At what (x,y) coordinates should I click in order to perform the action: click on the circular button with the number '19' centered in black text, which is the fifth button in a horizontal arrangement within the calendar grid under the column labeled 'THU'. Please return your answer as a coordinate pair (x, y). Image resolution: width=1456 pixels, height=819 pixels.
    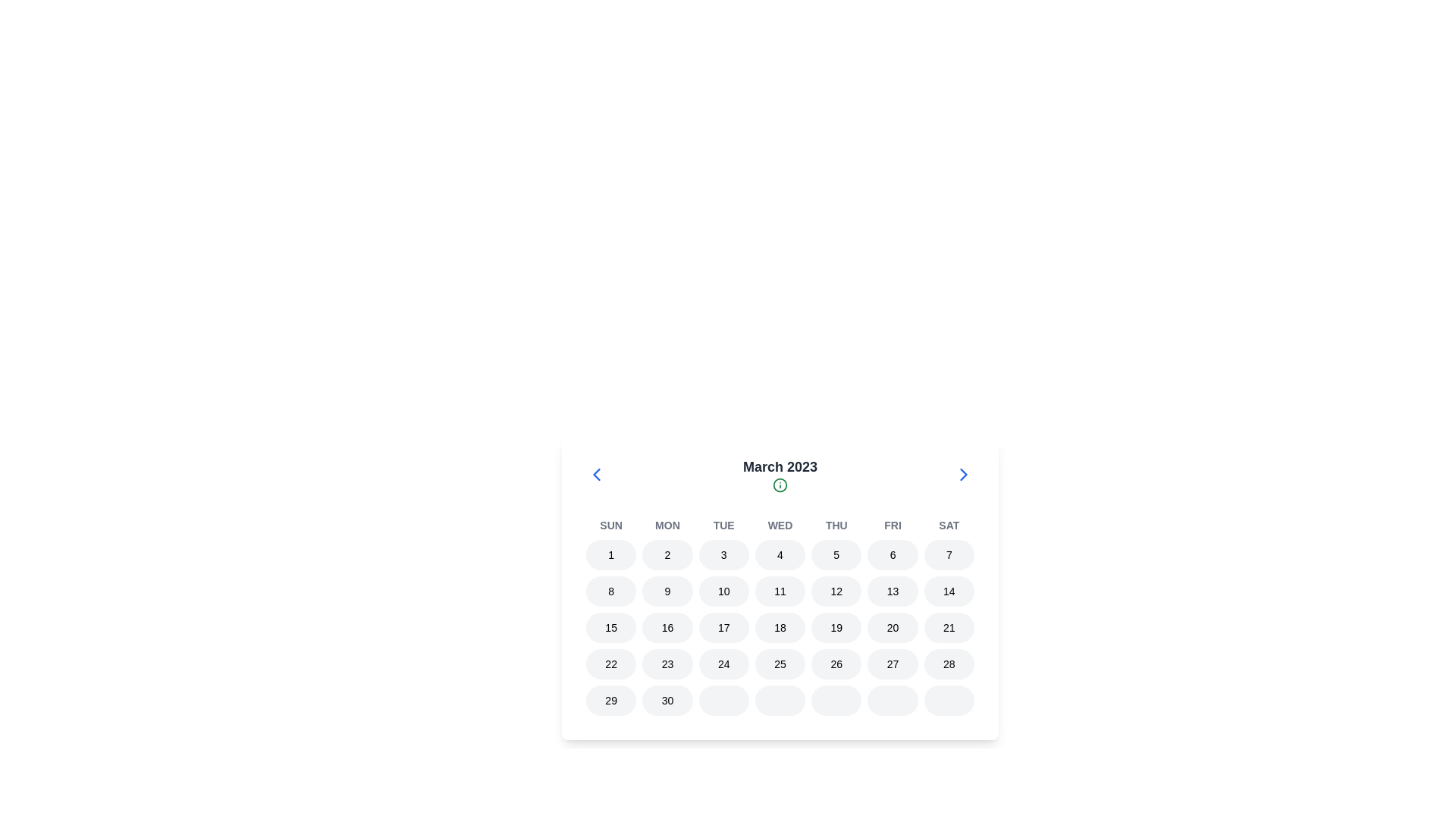
    Looking at the image, I should click on (836, 628).